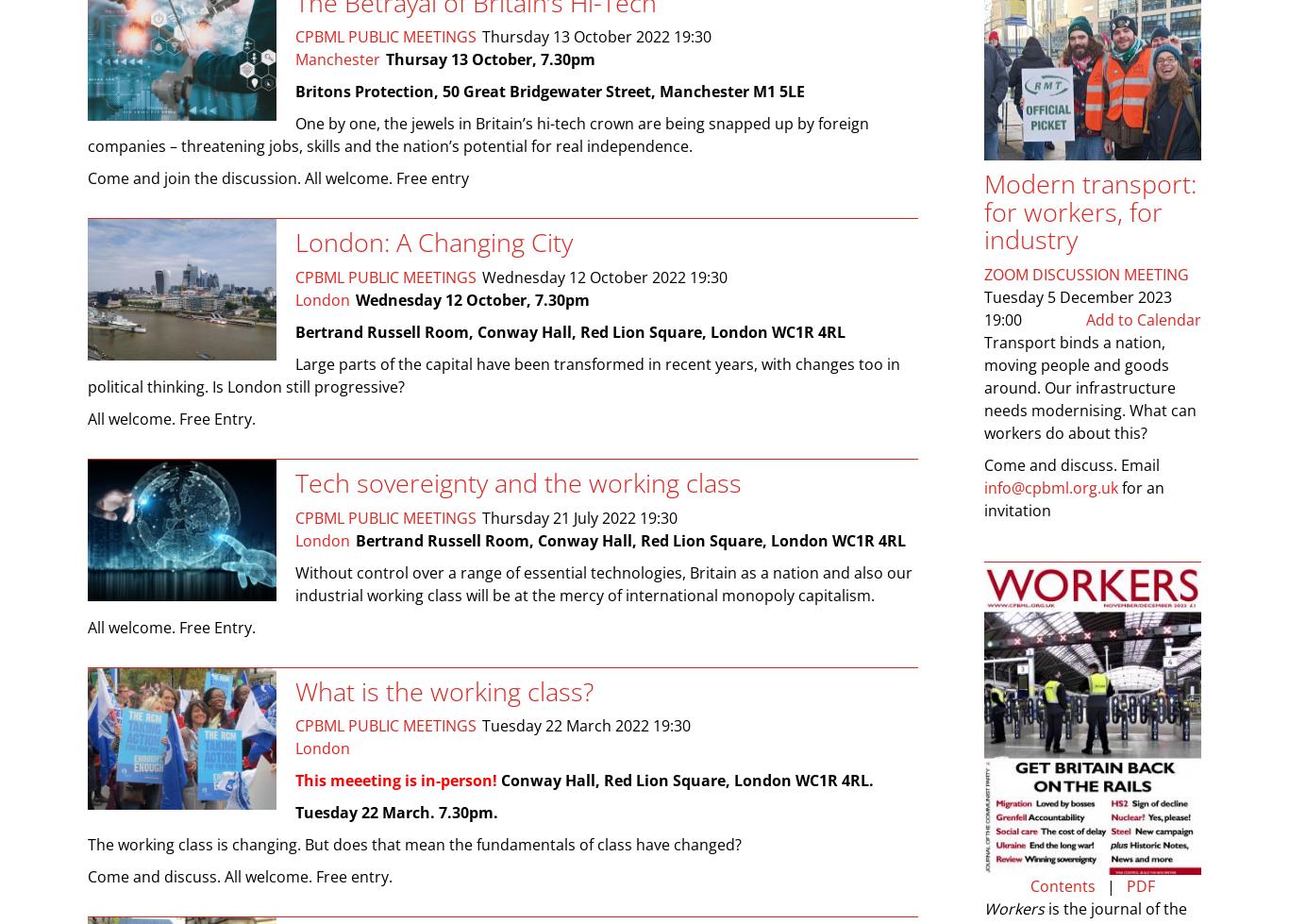 The image size is (1289, 924). Describe the element at coordinates (473, 299) in the screenshot. I see `'Wednesday 12 October, 7.30pm'` at that location.